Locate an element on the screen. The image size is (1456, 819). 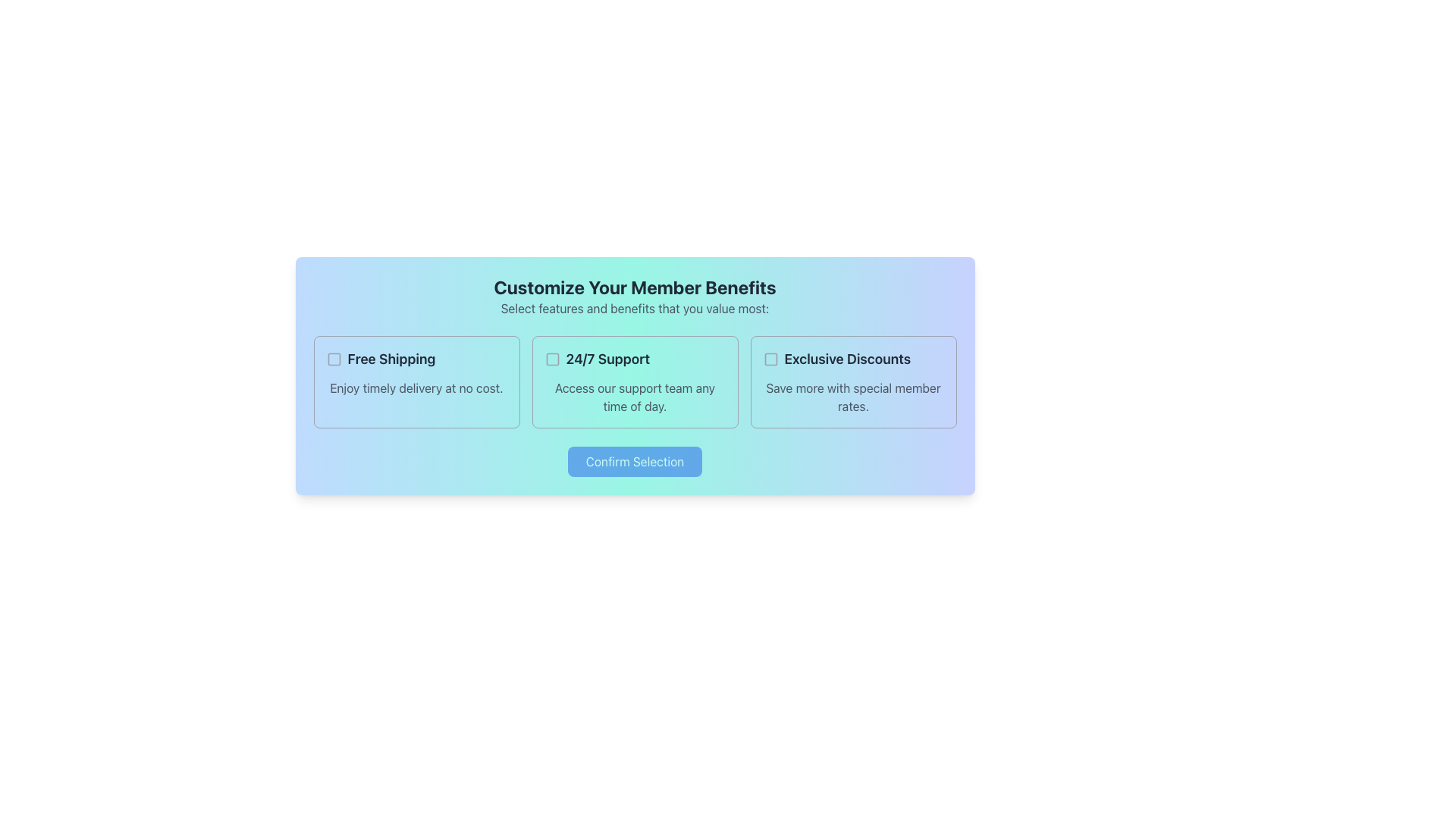
the leftmost card in the grid layout that displays the option for selecting 'Free Shipping' is located at coordinates (416, 381).